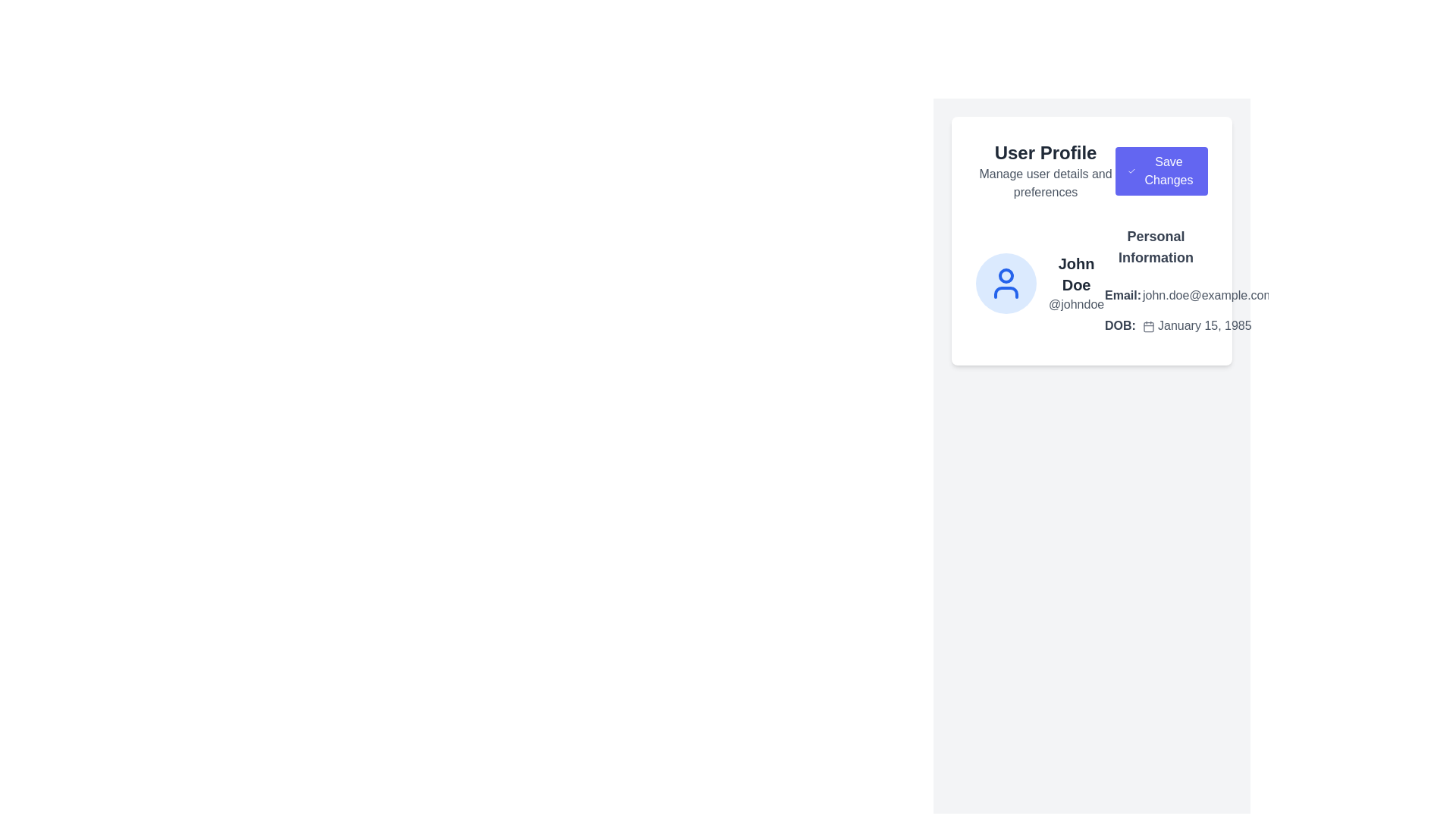 This screenshot has width=1456, height=819. Describe the element at coordinates (1006, 292) in the screenshot. I see `the decorative SVG graphic element that complements the user profile icon, located in the lower half of the icon above the text 'John Doe'` at that location.